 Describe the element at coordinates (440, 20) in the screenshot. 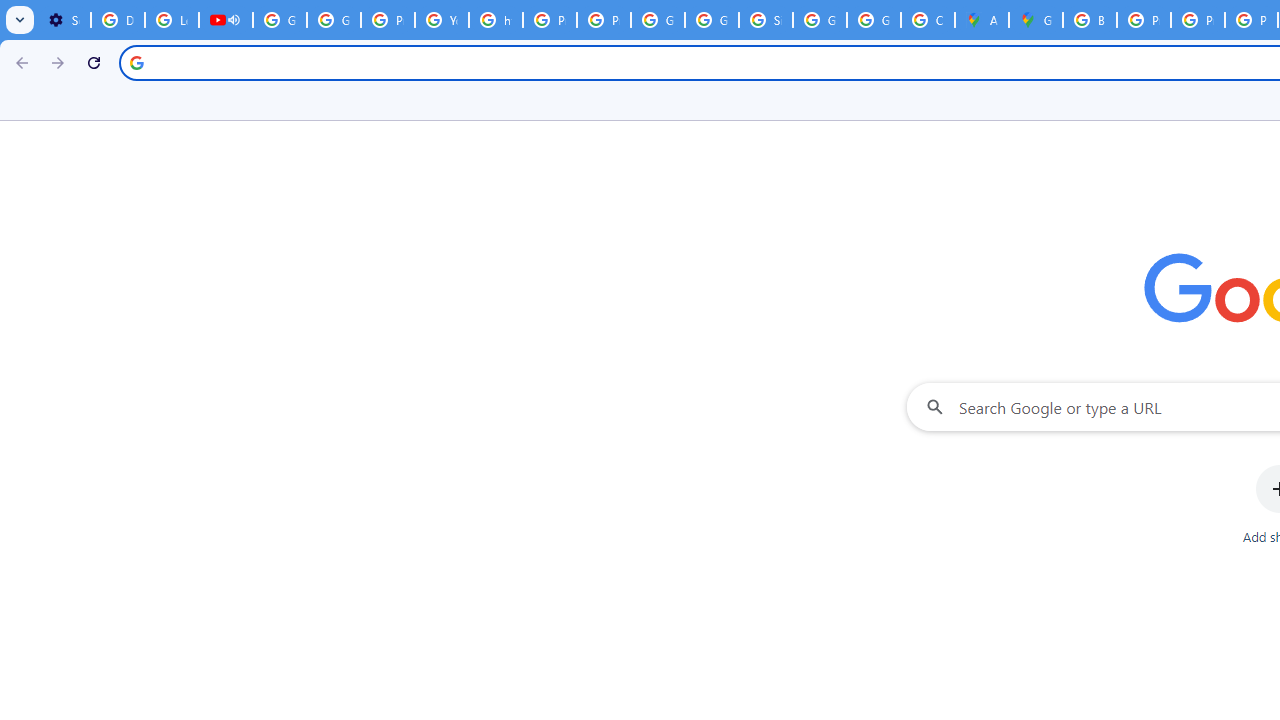

I see `'YouTube'` at that location.